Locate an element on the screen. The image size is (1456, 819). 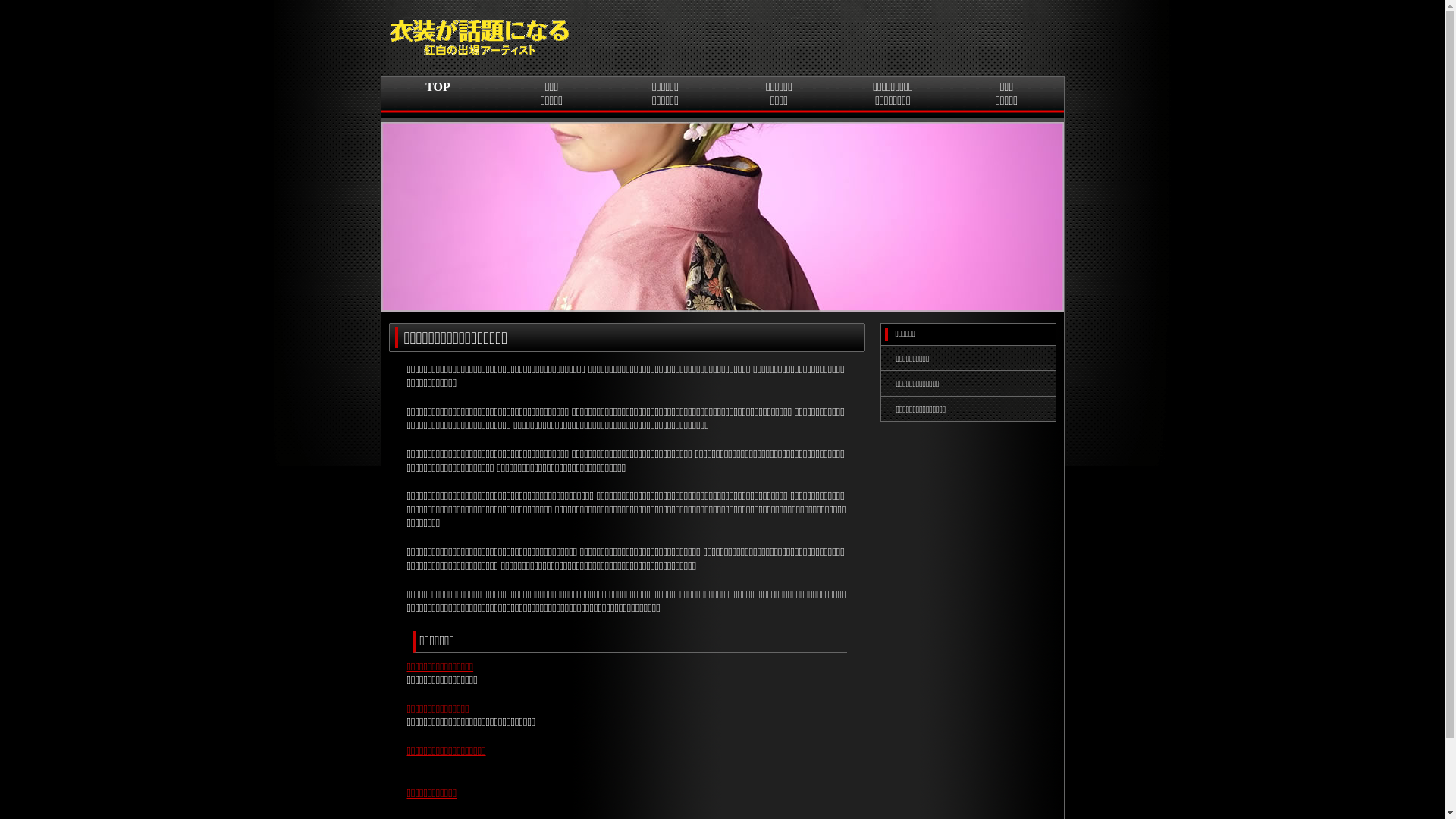
'TOP' is located at coordinates (436, 99).